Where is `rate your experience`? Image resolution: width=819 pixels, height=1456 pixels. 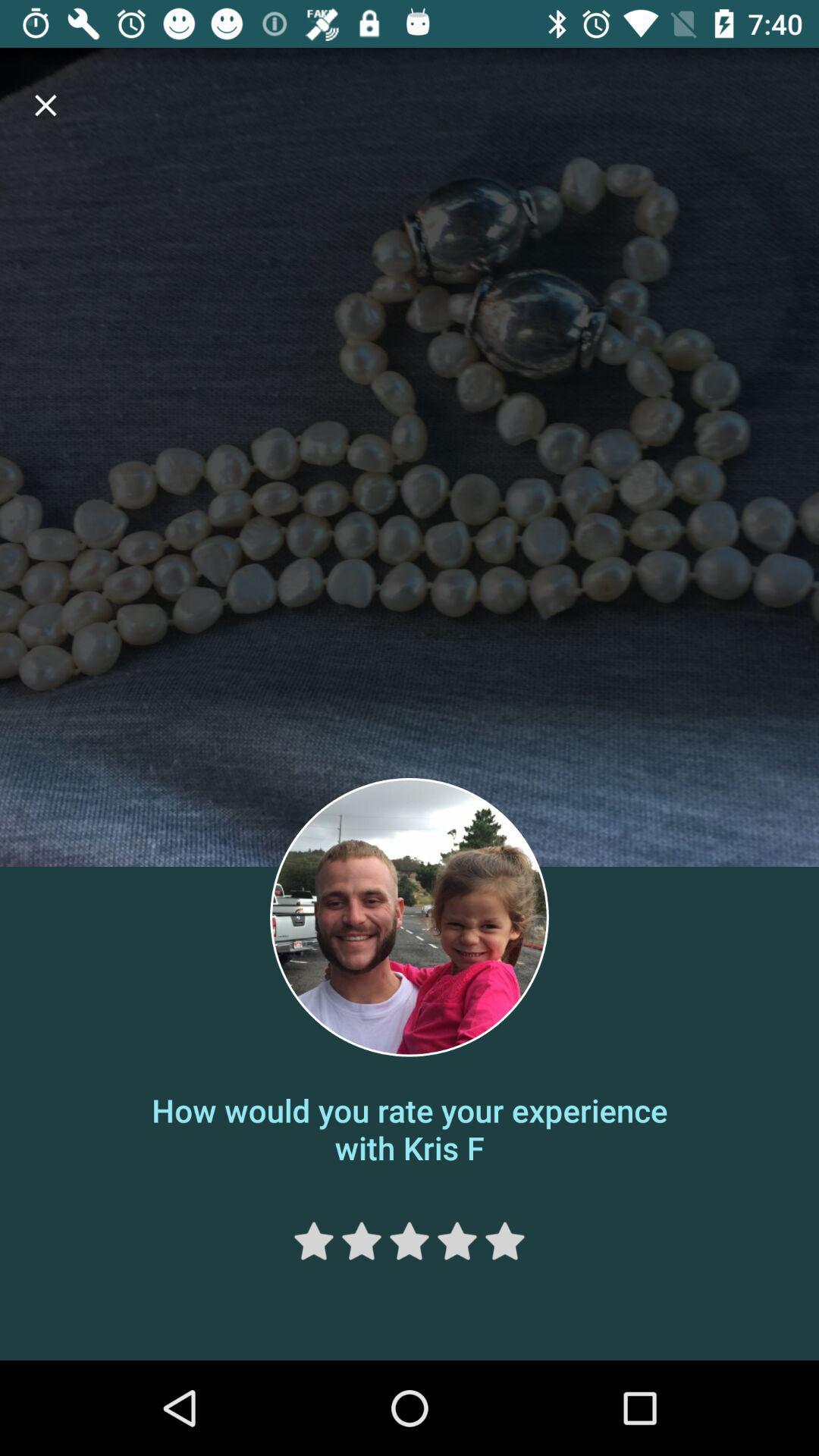 rate your experience is located at coordinates (456, 1241).